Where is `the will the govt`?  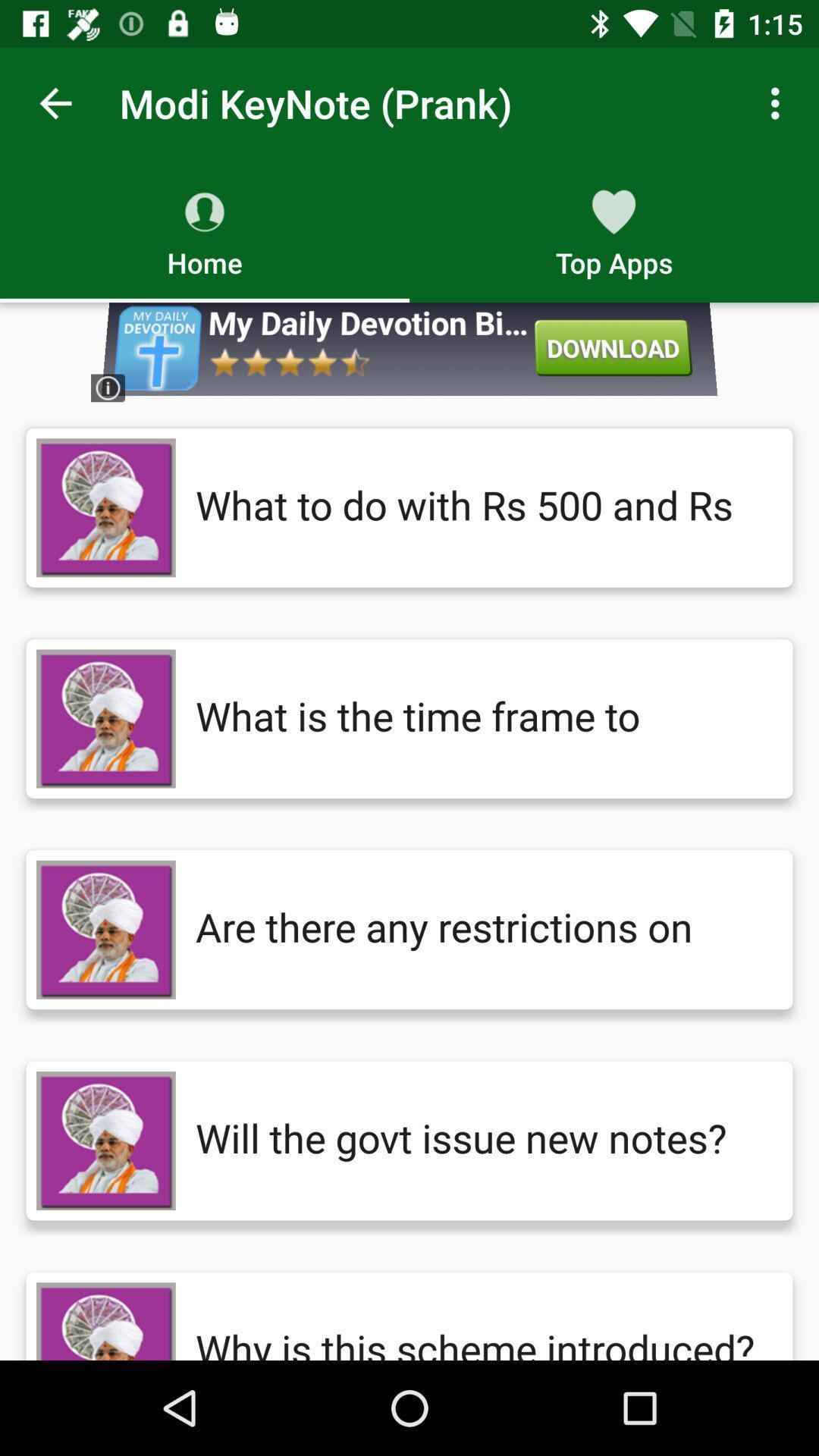
the will the govt is located at coordinates (479, 1141).